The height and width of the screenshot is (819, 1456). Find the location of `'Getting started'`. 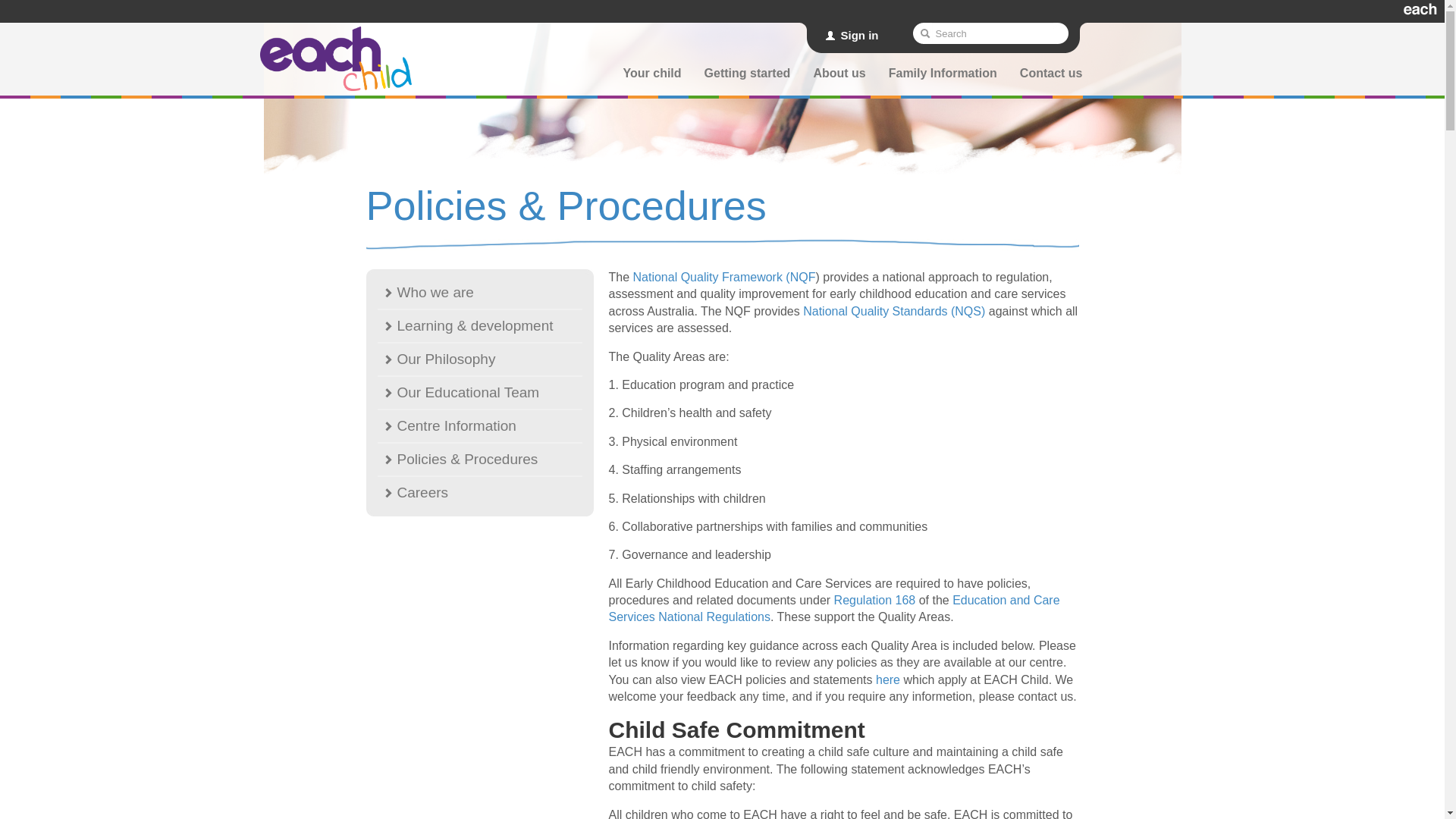

'Getting started' is located at coordinates (747, 76).